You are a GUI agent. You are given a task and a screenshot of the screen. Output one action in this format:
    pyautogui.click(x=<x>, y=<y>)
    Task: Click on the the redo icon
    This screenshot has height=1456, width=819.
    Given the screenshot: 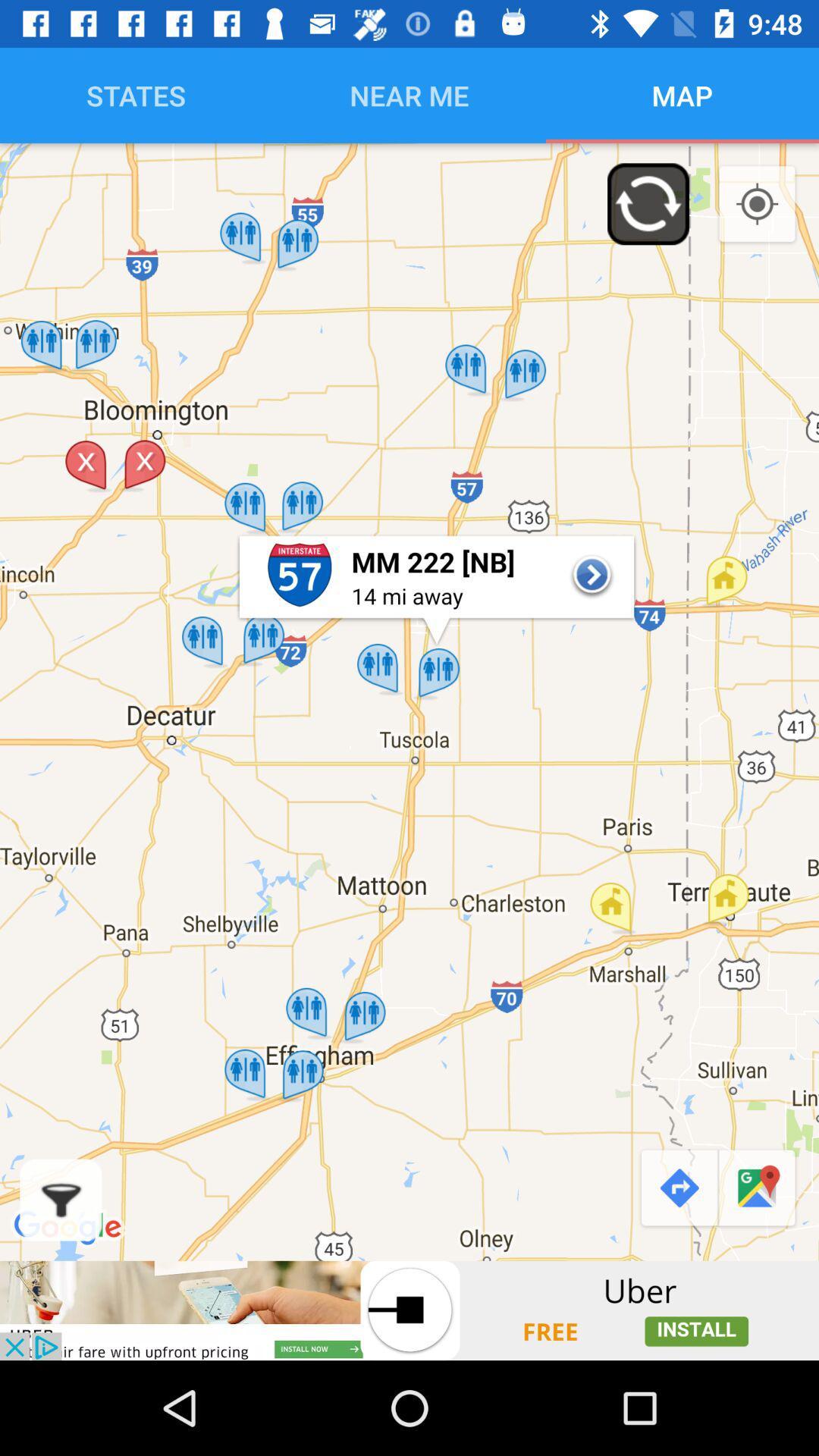 What is the action you would take?
    pyautogui.click(x=677, y=1188)
    